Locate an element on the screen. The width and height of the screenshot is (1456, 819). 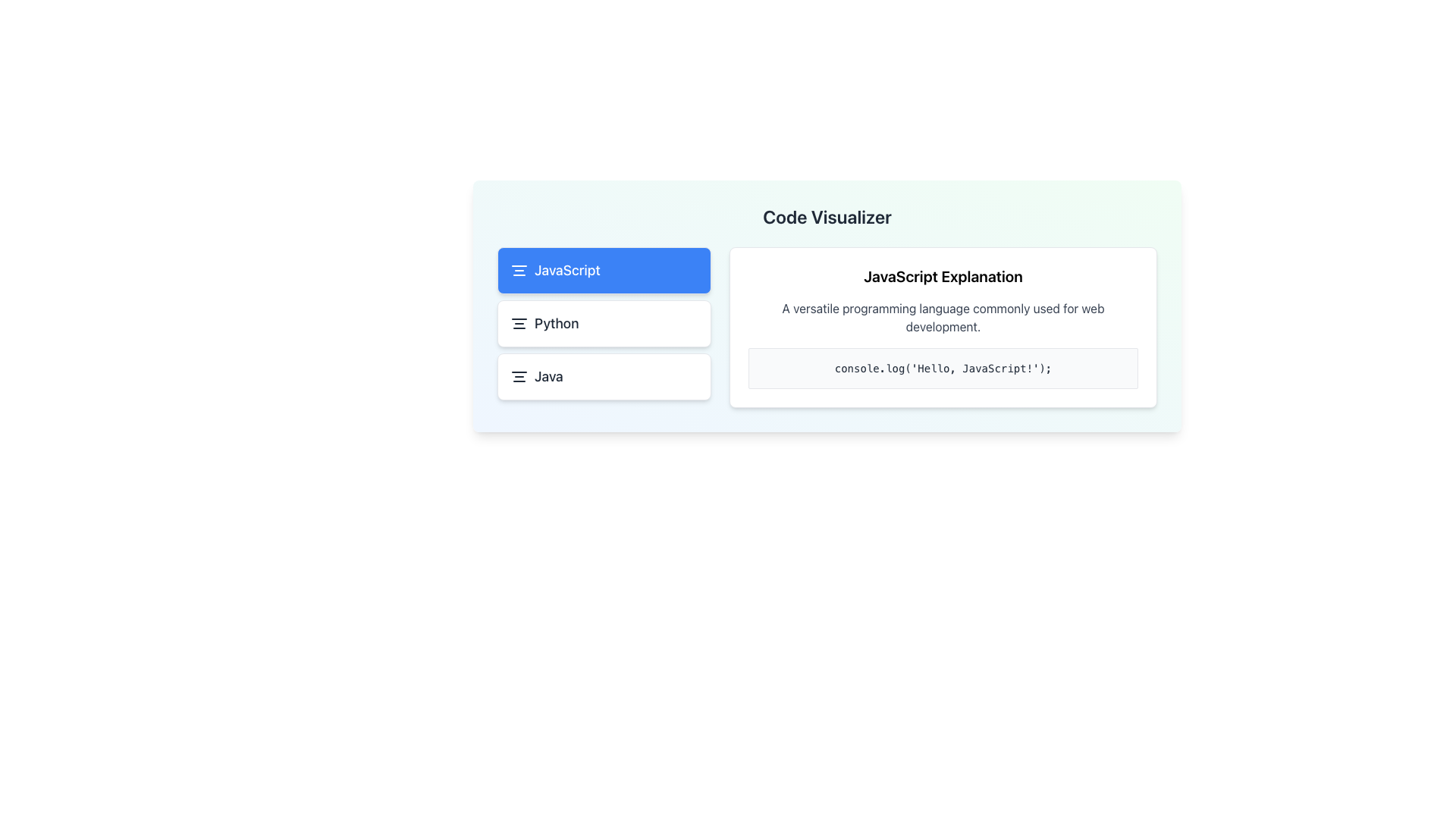
the code block that showcases the use of `console.log` in JavaScript, located under the title 'JavaScript Explanation' is located at coordinates (942, 369).